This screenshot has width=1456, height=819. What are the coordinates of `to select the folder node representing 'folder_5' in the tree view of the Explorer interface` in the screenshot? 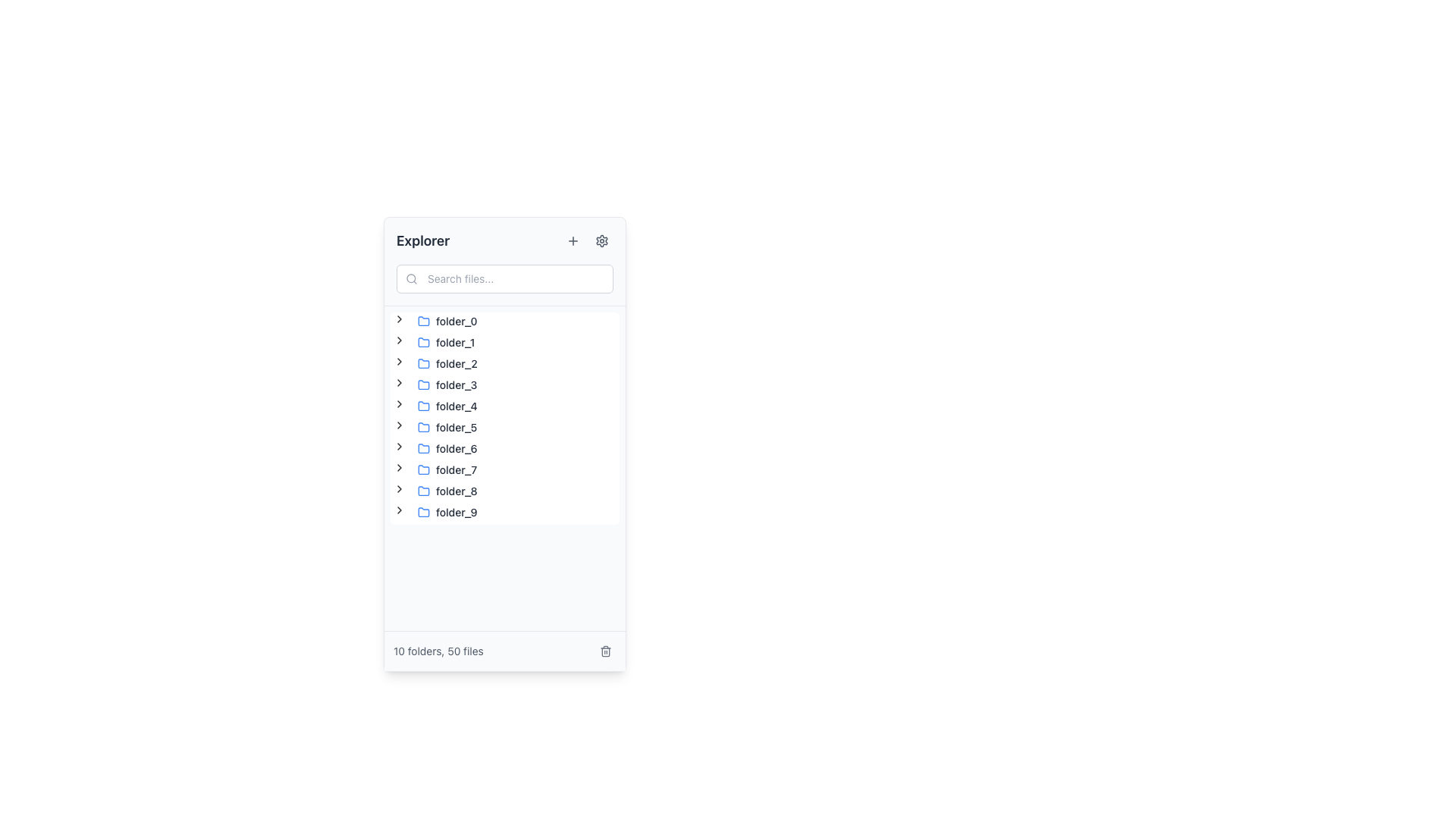 It's located at (447, 427).